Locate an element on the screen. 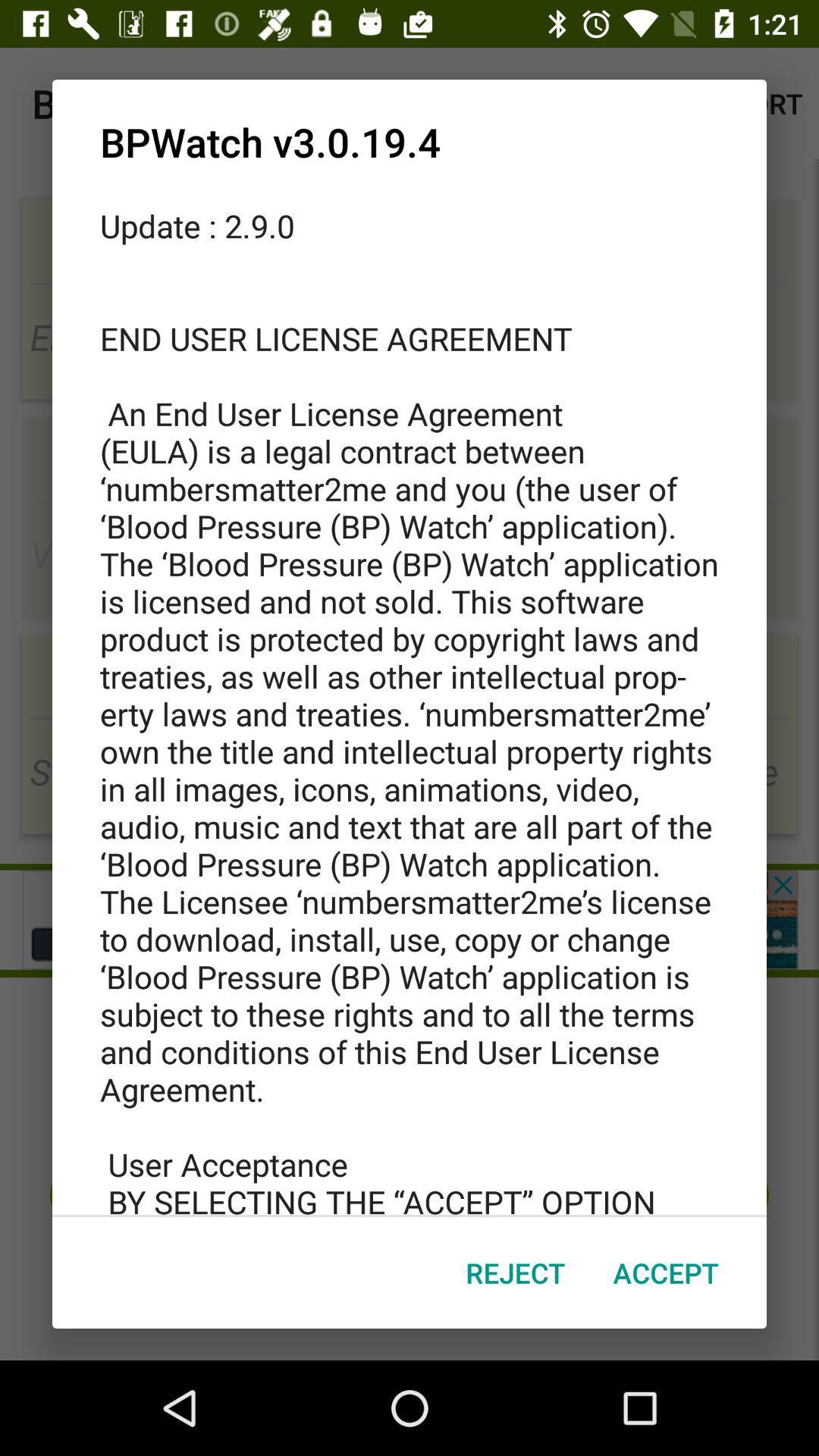 This screenshot has width=819, height=1456. item to the left of the accept is located at coordinates (514, 1272).